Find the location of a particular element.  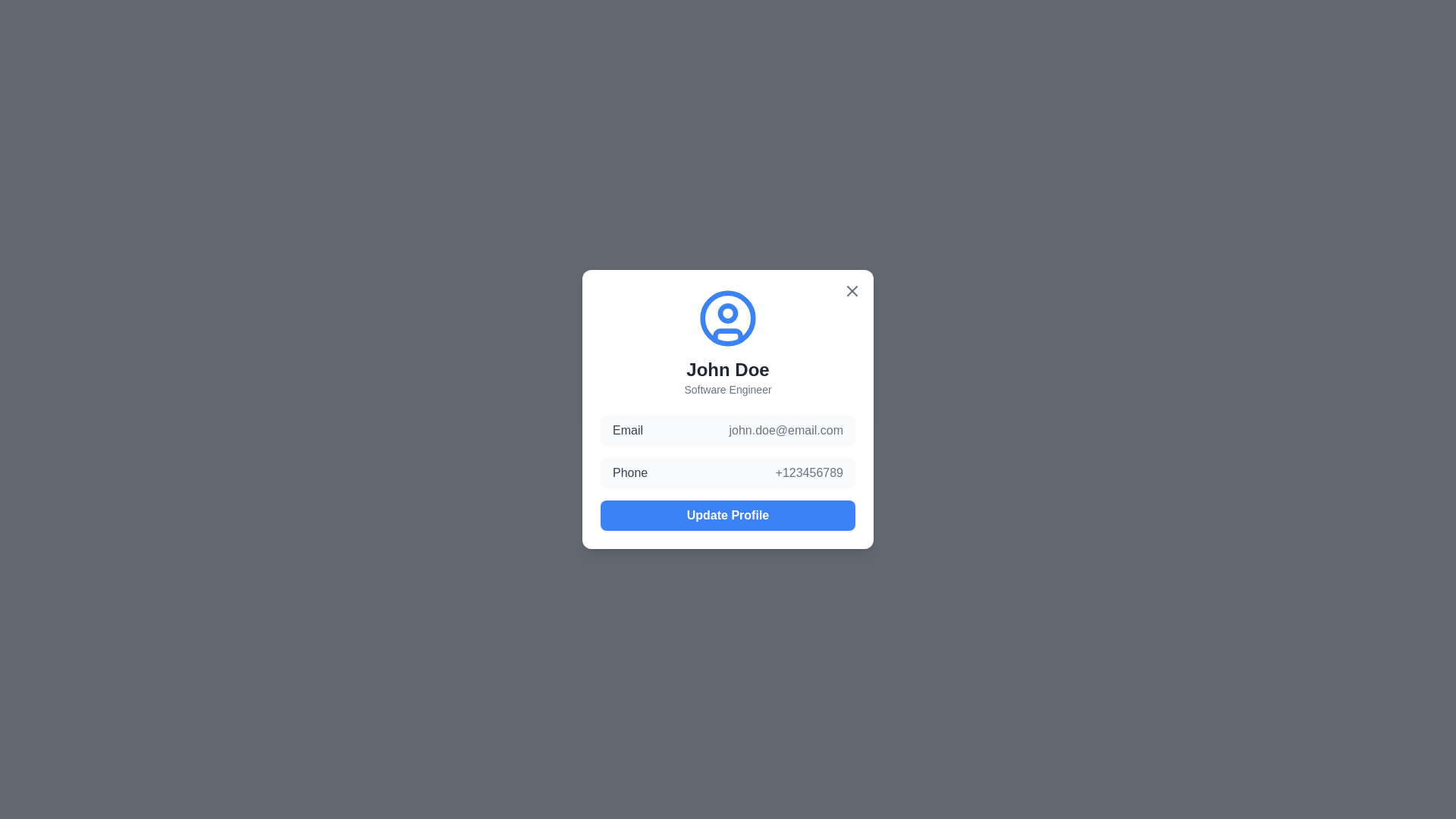

the blue circle component of the user icon, which is the outermost circle in the SVG graphic located at the top-center of the profile card is located at coordinates (728, 318).